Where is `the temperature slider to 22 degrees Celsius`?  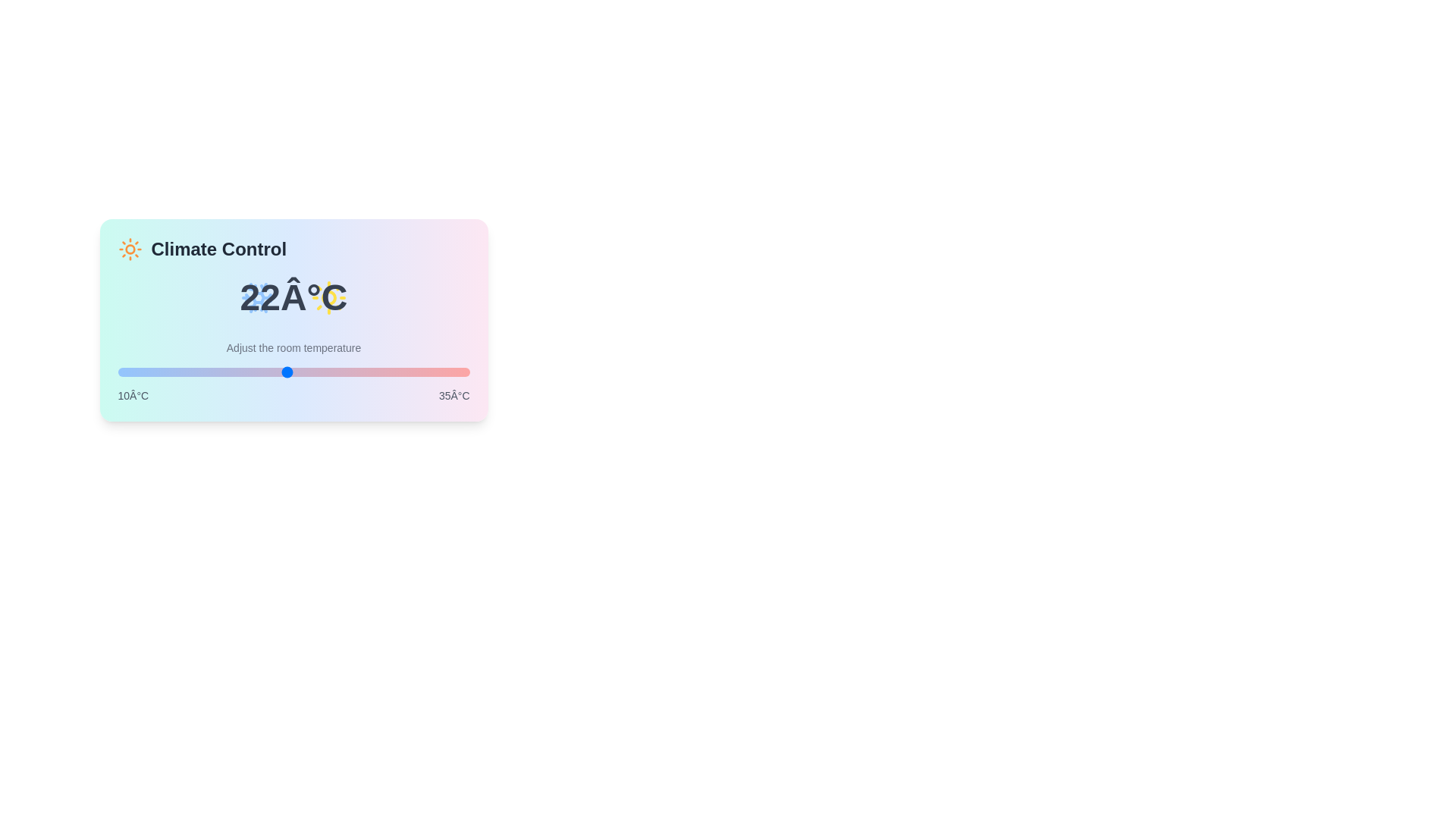 the temperature slider to 22 degrees Celsius is located at coordinates (287, 372).